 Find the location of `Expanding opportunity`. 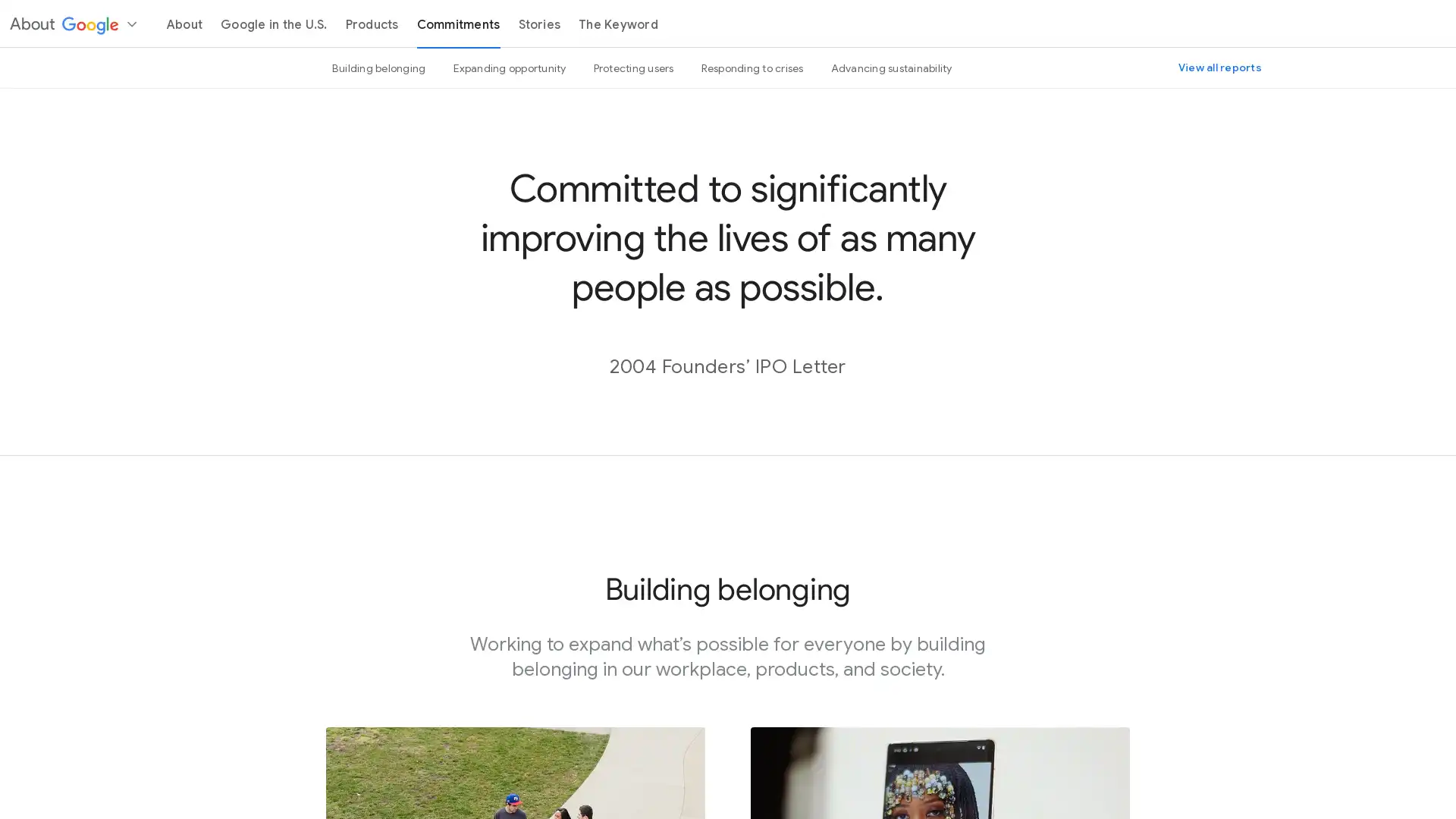

Expanding opportunity is located at coordinates (509, 67).